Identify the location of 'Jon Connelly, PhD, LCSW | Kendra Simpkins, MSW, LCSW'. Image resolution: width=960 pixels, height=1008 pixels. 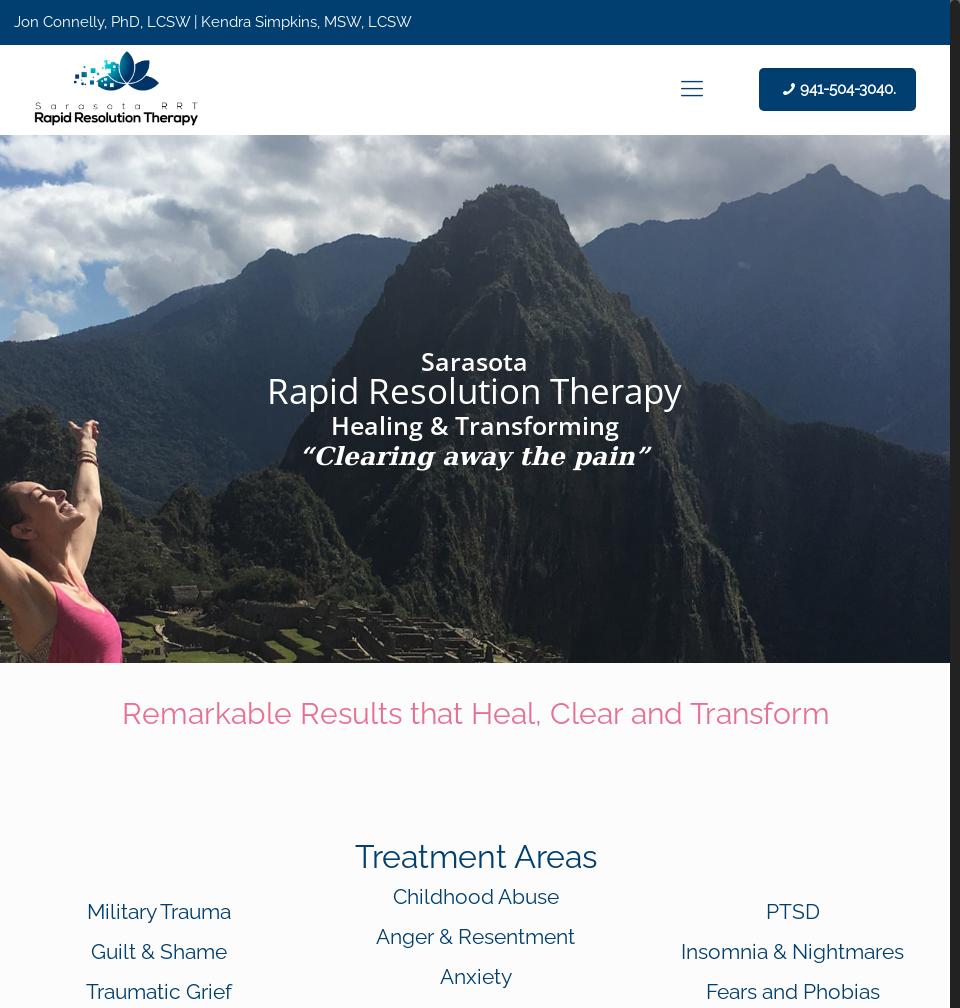
(213, 21).